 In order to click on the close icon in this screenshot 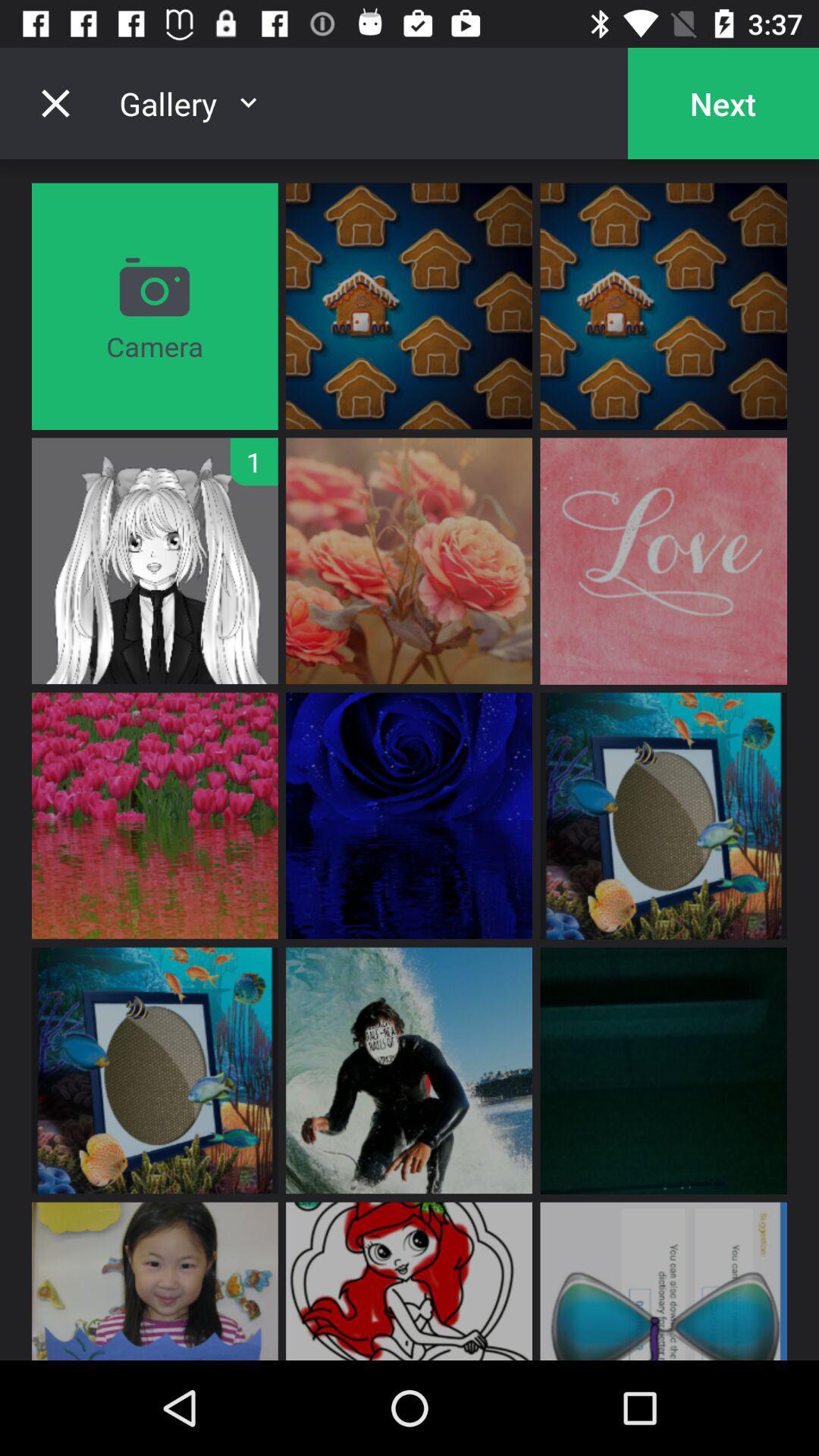, I will do `click(55, 102)`.